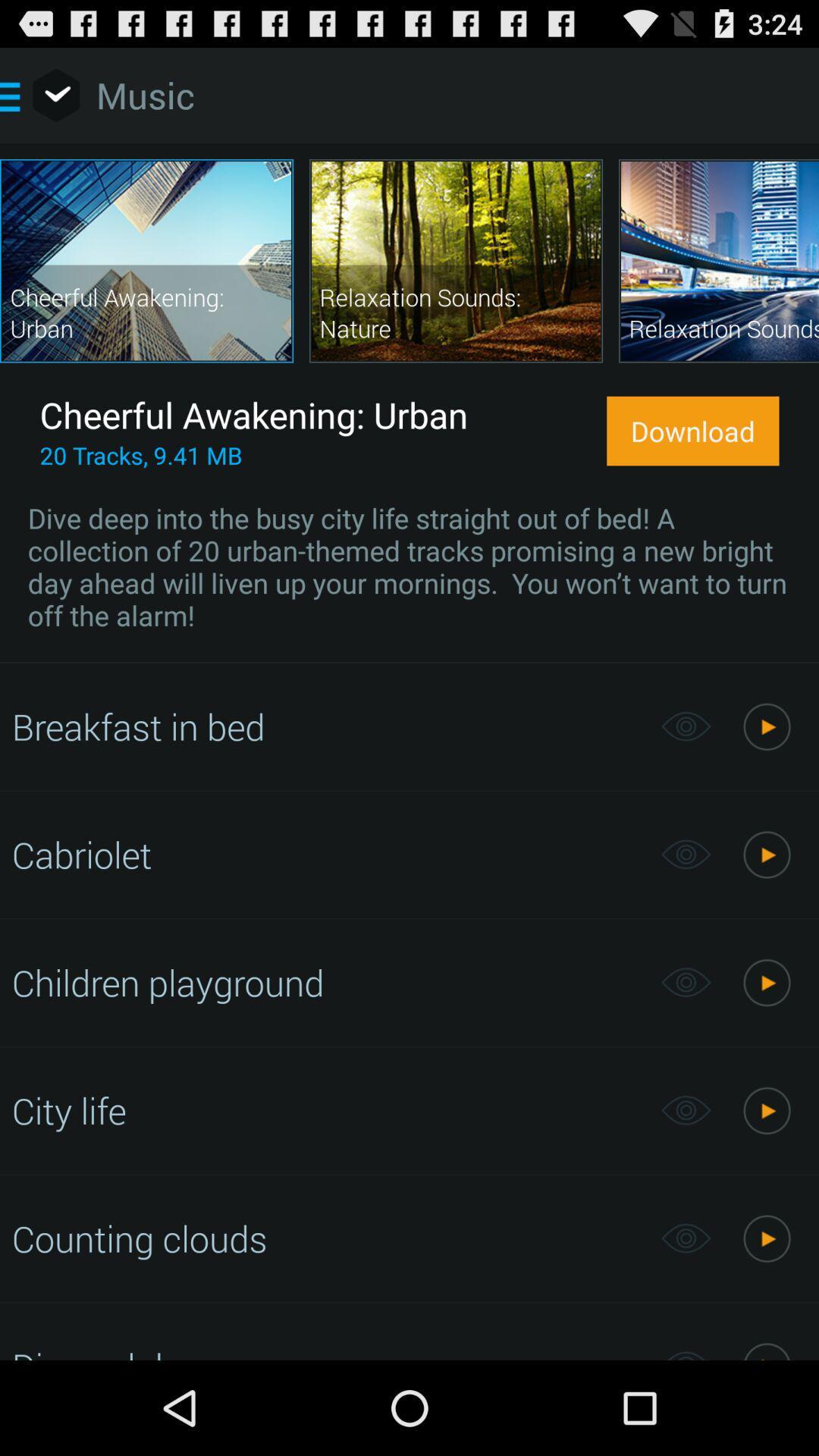 Image resolution: width=819 pixels, height=1456 pixels. Describe the element at coordinates (328, 1238) in the screenshot. I see `counting clouds app` at that location.